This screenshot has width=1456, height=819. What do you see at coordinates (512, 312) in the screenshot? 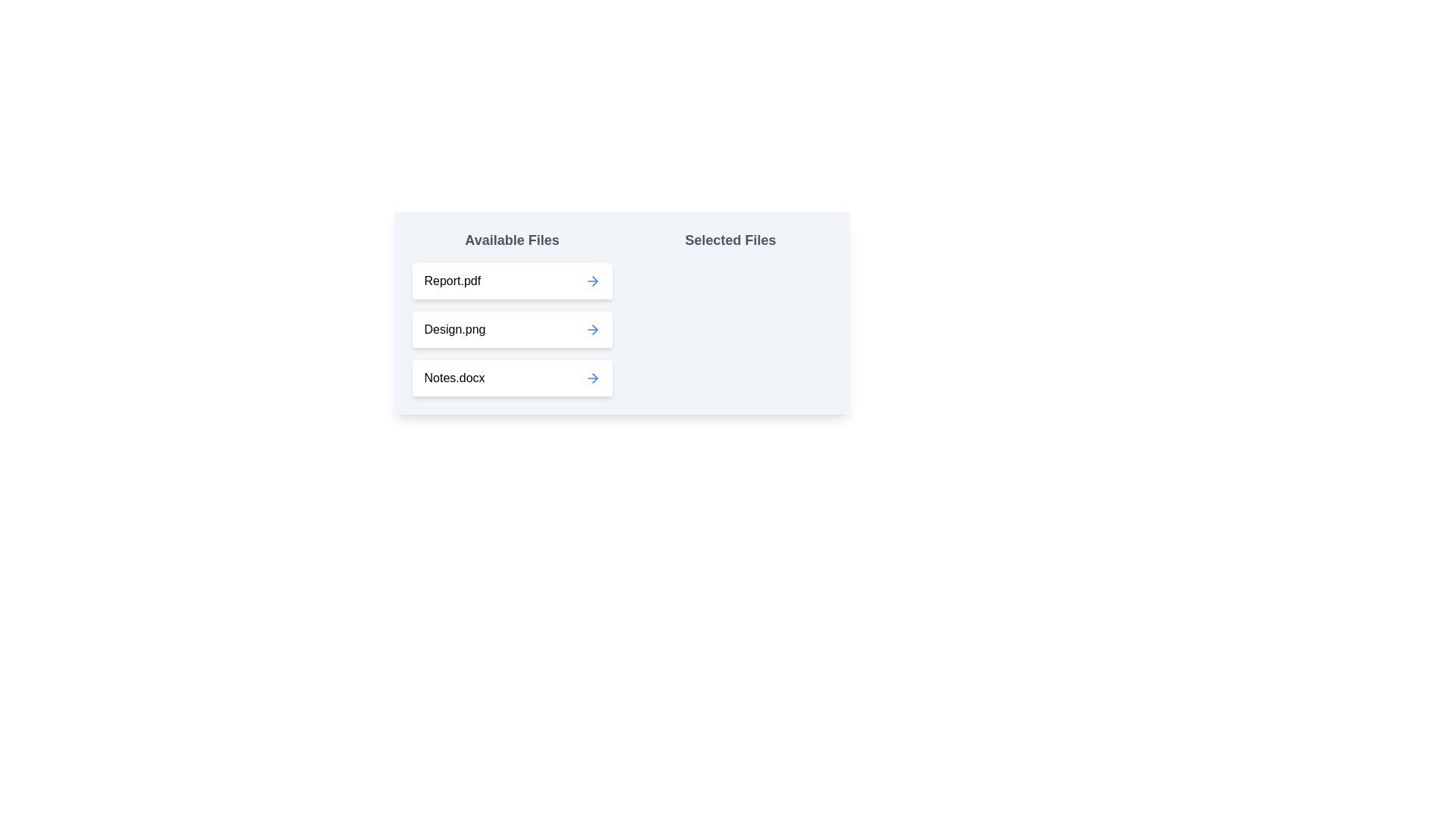
I see `the list item displaying 'Design.png' in the 'Available Files' section` at bounding box center [512, 312].